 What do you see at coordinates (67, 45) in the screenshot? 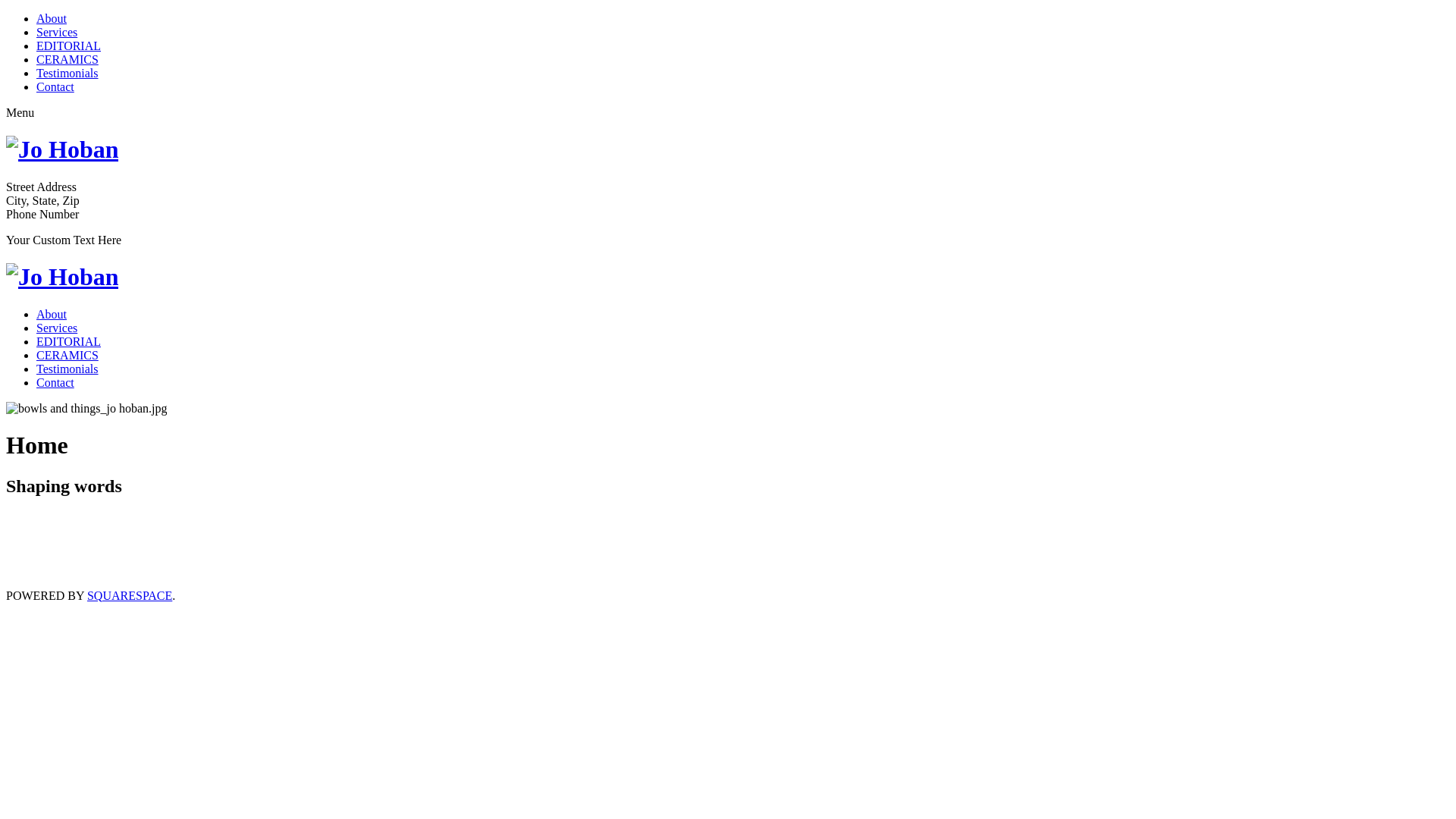
I see `'EDITORIAL'` at bounding box center [67, 45].